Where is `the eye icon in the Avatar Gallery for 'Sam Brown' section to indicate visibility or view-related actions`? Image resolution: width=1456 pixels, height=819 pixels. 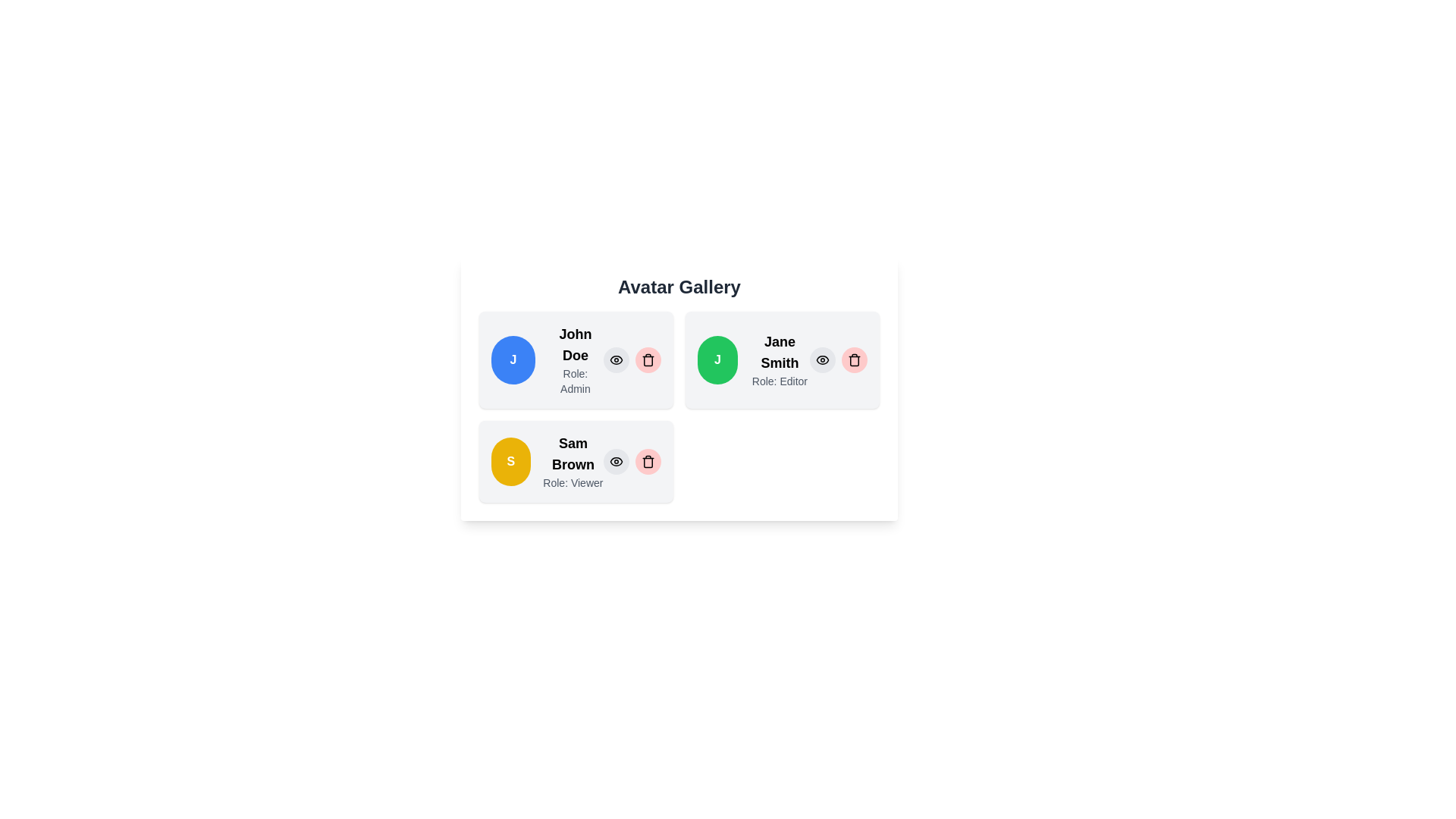
the eye icon in the Avatar Gallery for 'Sam Brown' section to indicate visibility or view-related actions is located at coordinates (616, 461).